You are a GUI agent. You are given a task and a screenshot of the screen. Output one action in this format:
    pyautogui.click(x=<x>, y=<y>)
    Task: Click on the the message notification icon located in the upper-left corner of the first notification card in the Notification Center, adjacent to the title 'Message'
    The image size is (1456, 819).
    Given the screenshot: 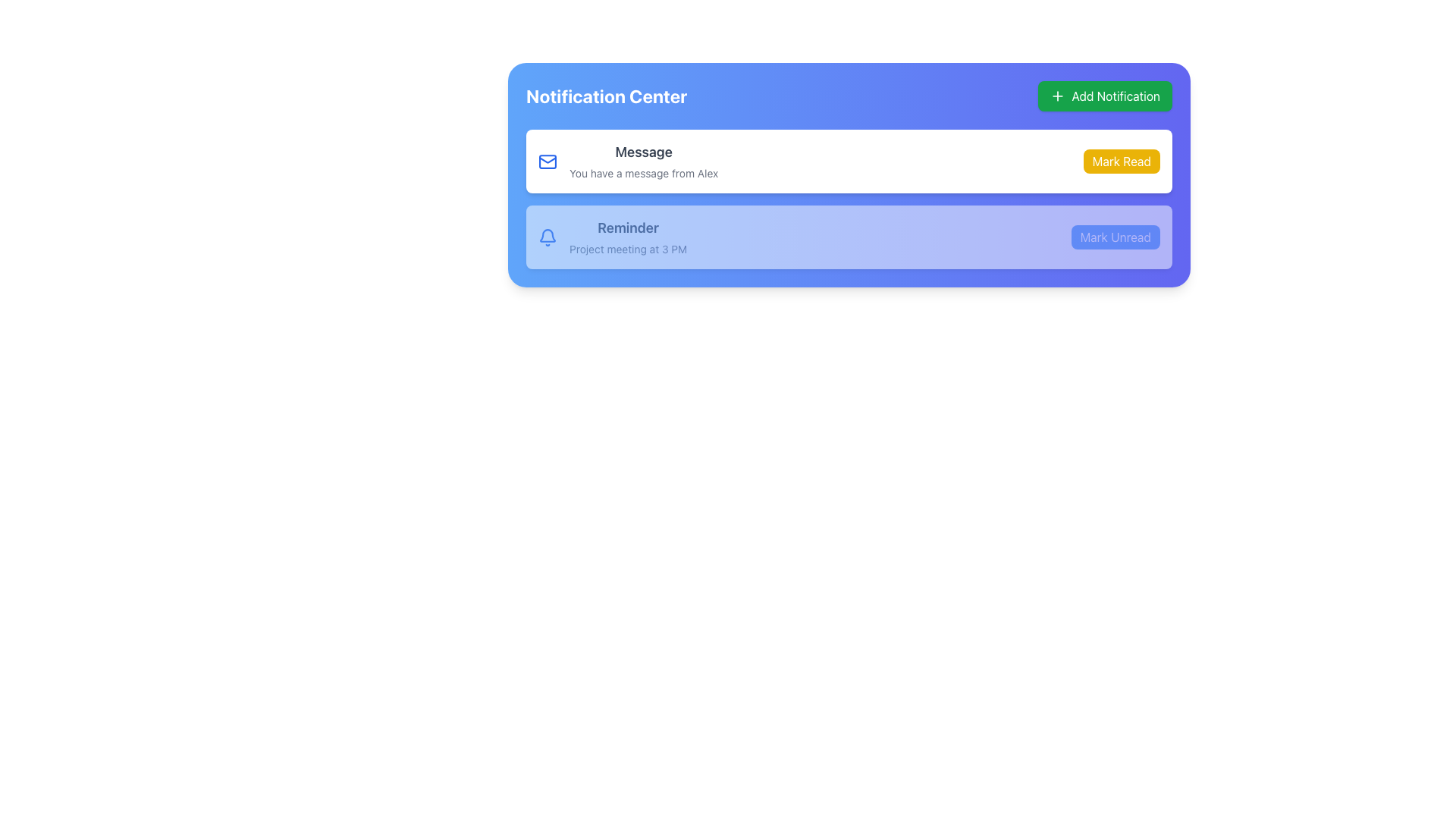 What is the action you would take?
    pyautogui.click(x=547, y=161)
    